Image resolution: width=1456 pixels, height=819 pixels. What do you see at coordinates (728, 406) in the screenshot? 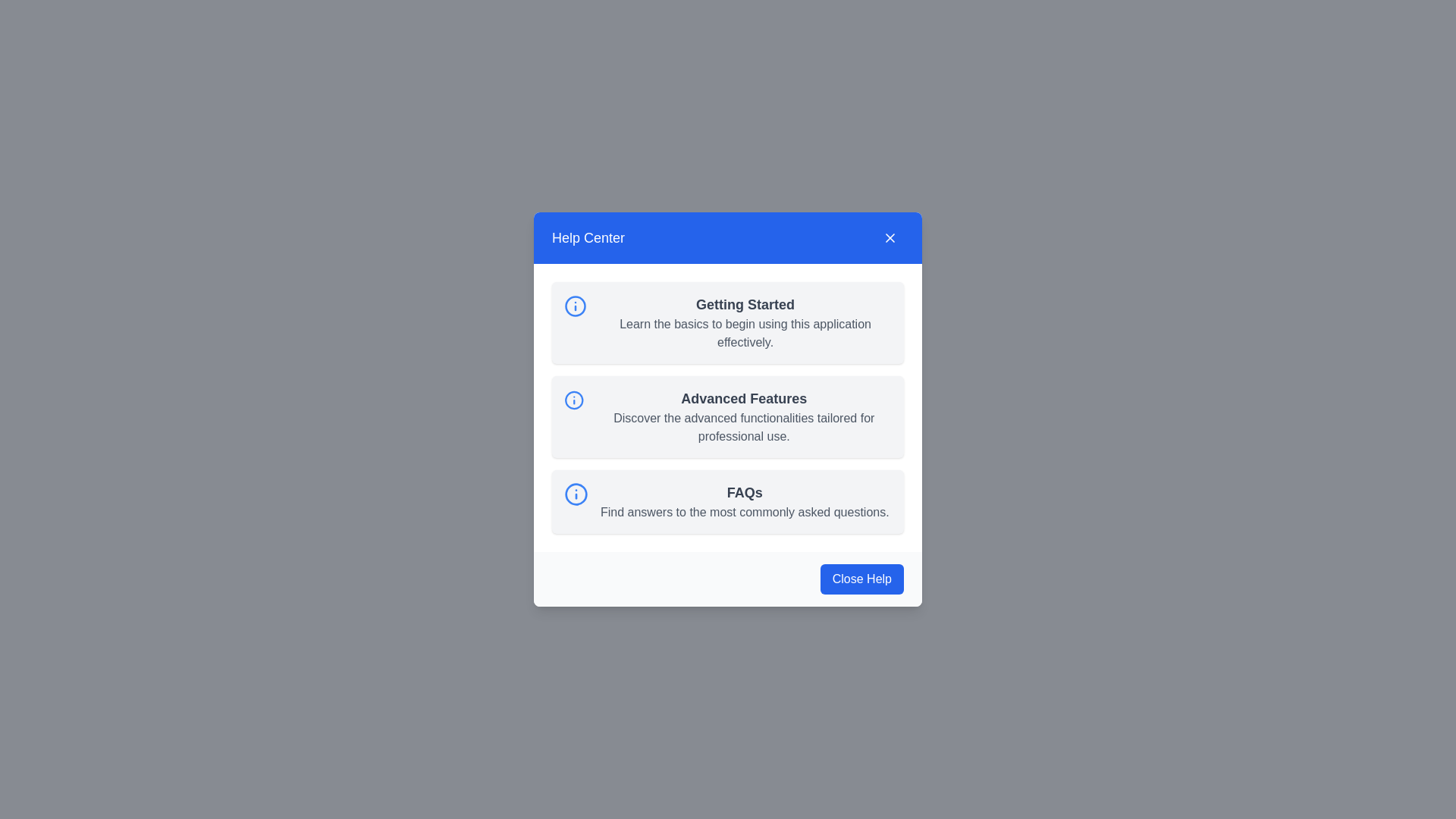
I see `the icon of the 'Advanced Features' section in the Informational panel within the Help Center modal for additional information` at bounding box center [728, 406].